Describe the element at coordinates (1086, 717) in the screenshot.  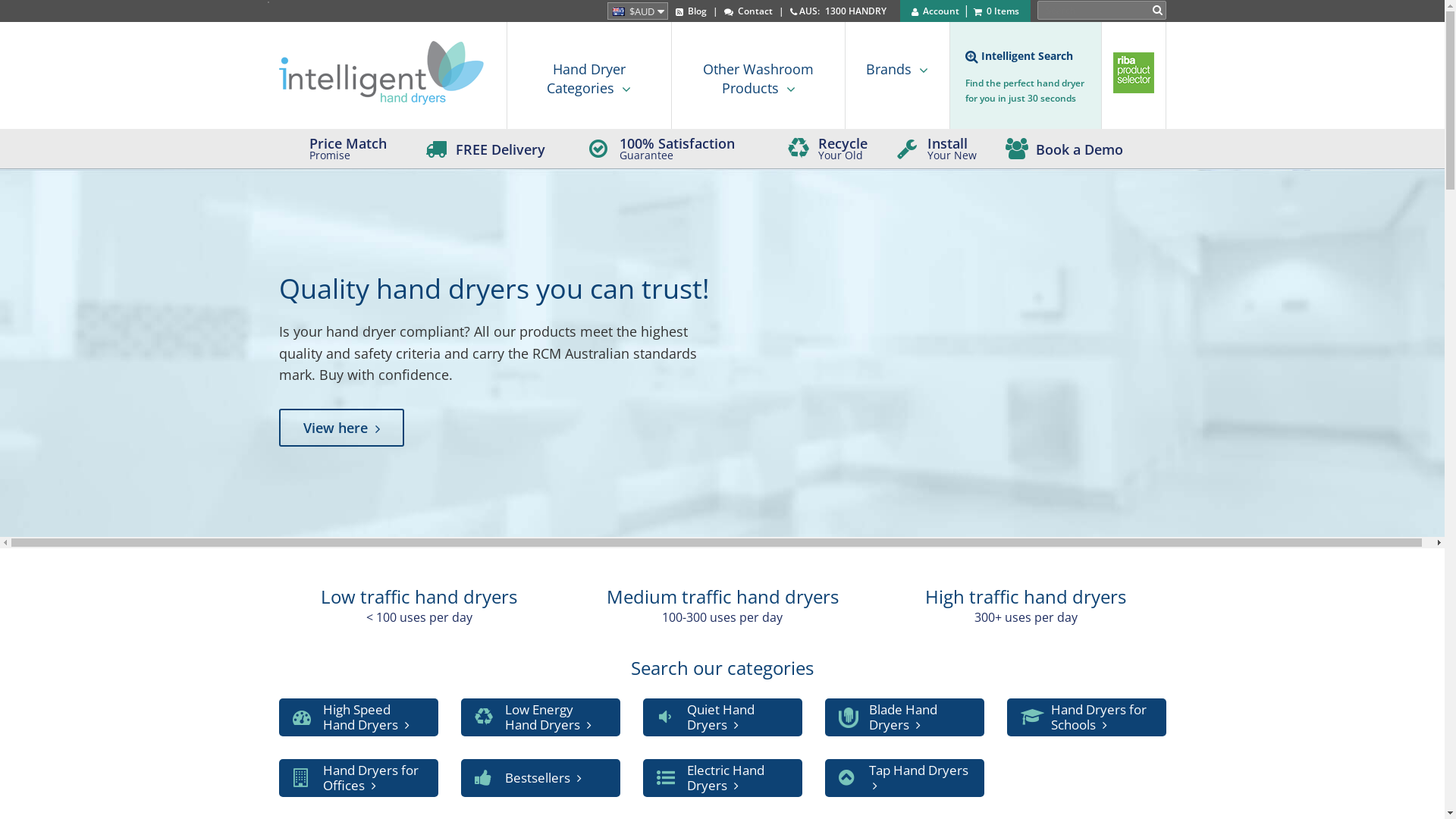
I see `'Hand Dryers for Schools'` at that location.